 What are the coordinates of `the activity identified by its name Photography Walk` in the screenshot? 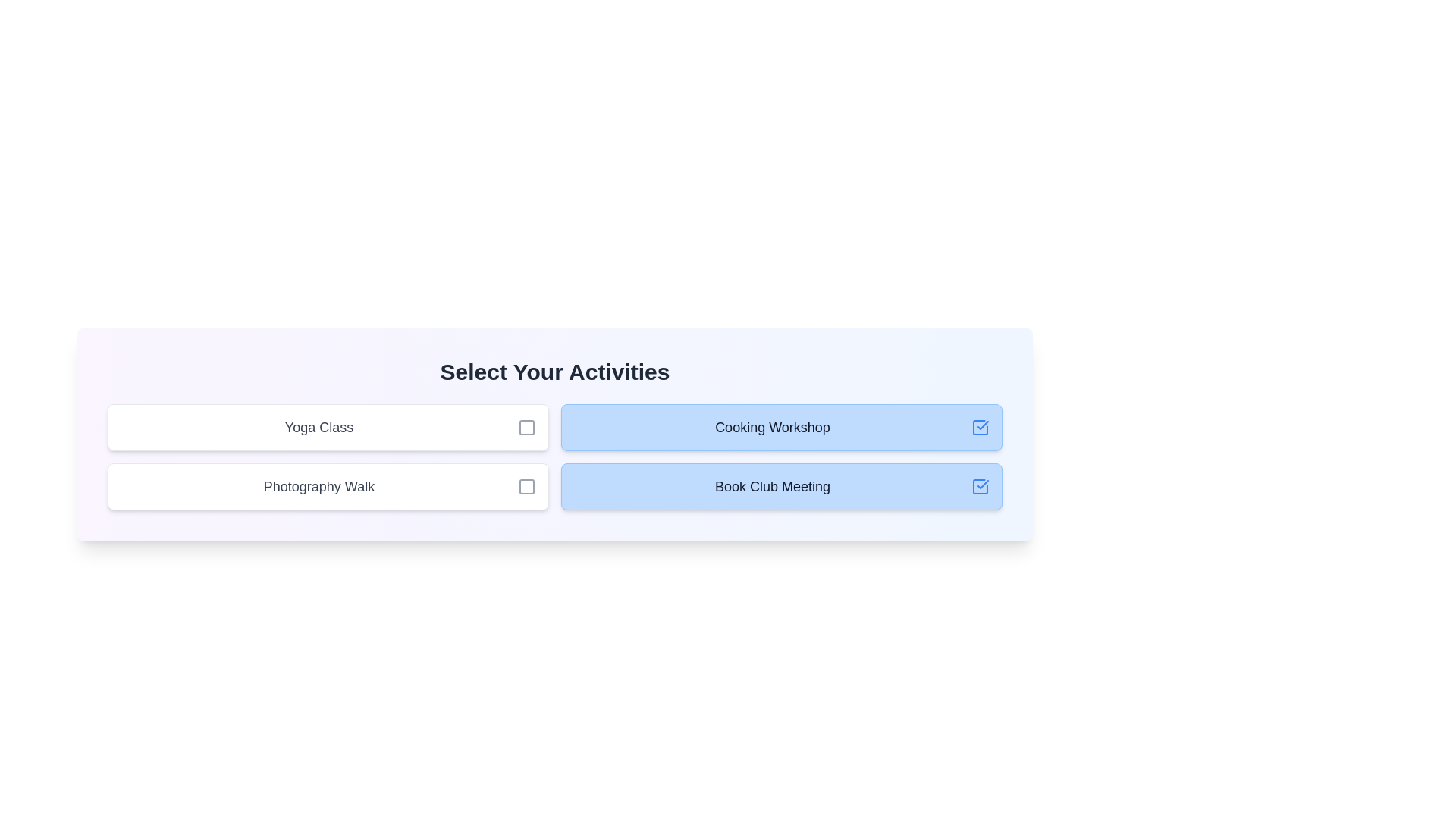 It's located at (527, 486).